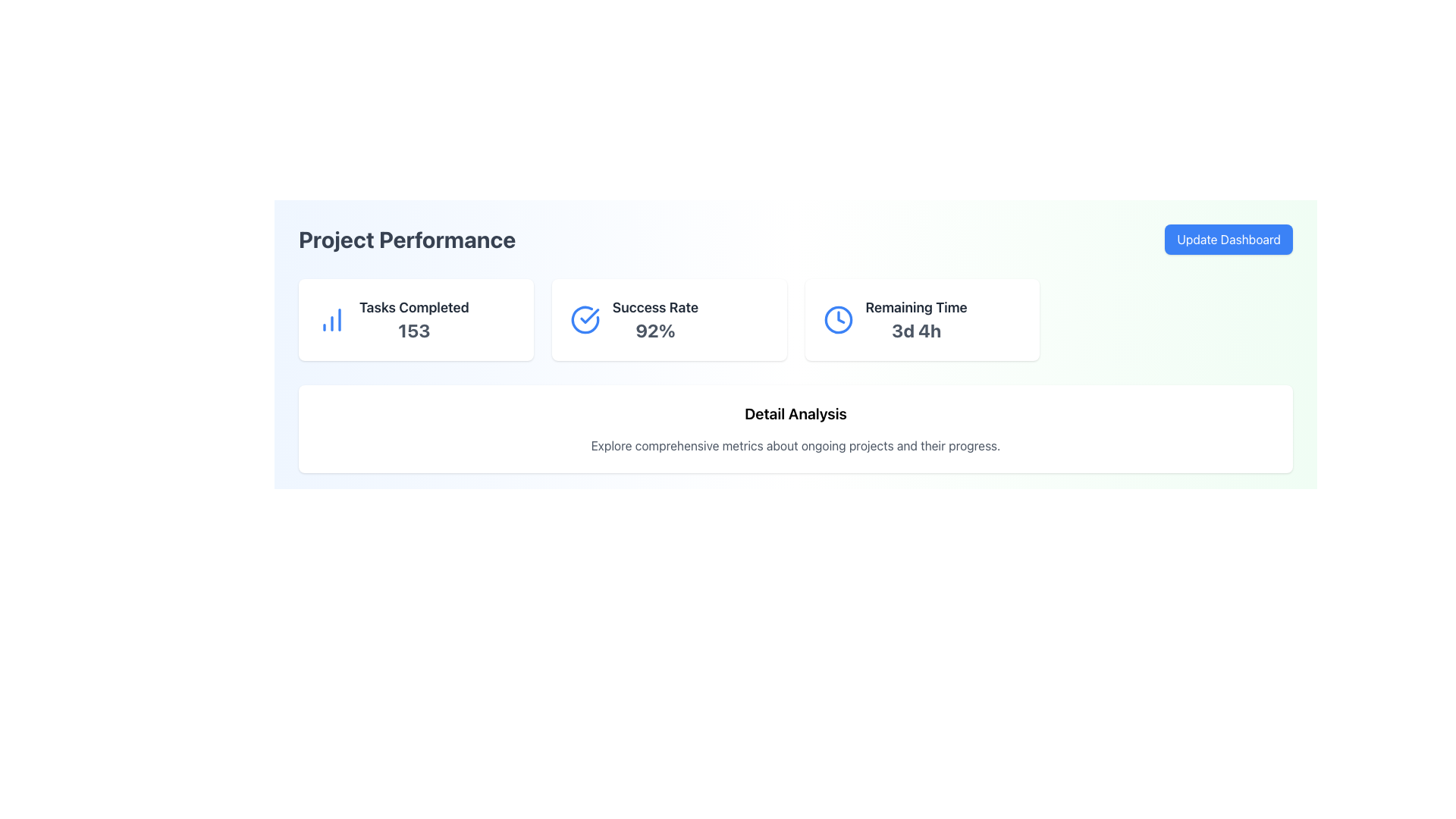 The image size is (1456, 819). I want to click on displayed time information from the Informational Card that shows 'Remaining Time' in bold and '3d 4h' in a larger font below it, located in the top-right portion of the grid, so click(921, 318).